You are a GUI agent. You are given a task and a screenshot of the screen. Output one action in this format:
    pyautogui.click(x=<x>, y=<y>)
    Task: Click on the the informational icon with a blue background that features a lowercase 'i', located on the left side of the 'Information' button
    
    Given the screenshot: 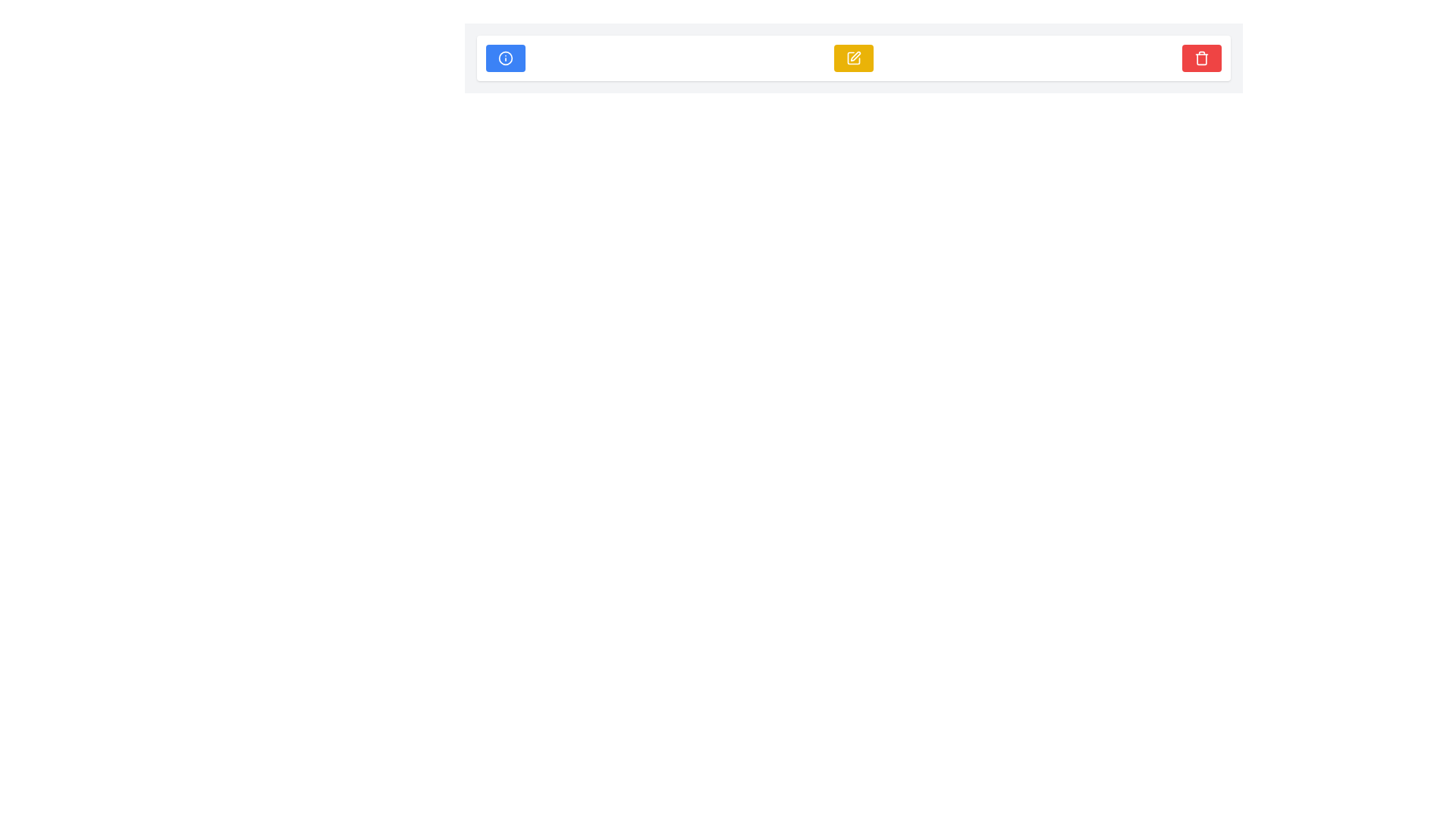 What is the action you would take?
    pyautogui.click(x=506, y=58)
    